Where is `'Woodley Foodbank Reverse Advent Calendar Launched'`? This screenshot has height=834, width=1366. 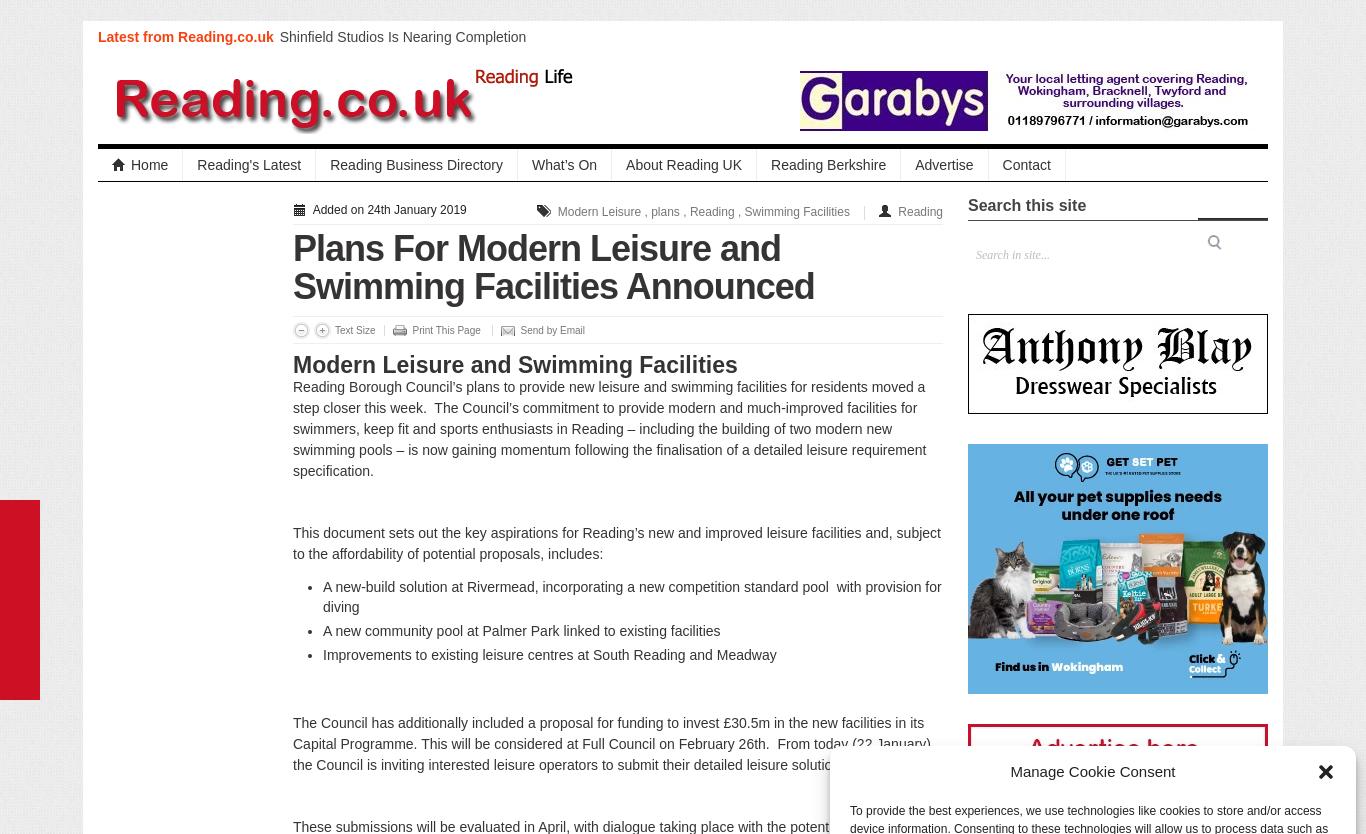
'Woodley Foodbank Reverse Advent Calendar Launched' is located at coordinates (420, 246).